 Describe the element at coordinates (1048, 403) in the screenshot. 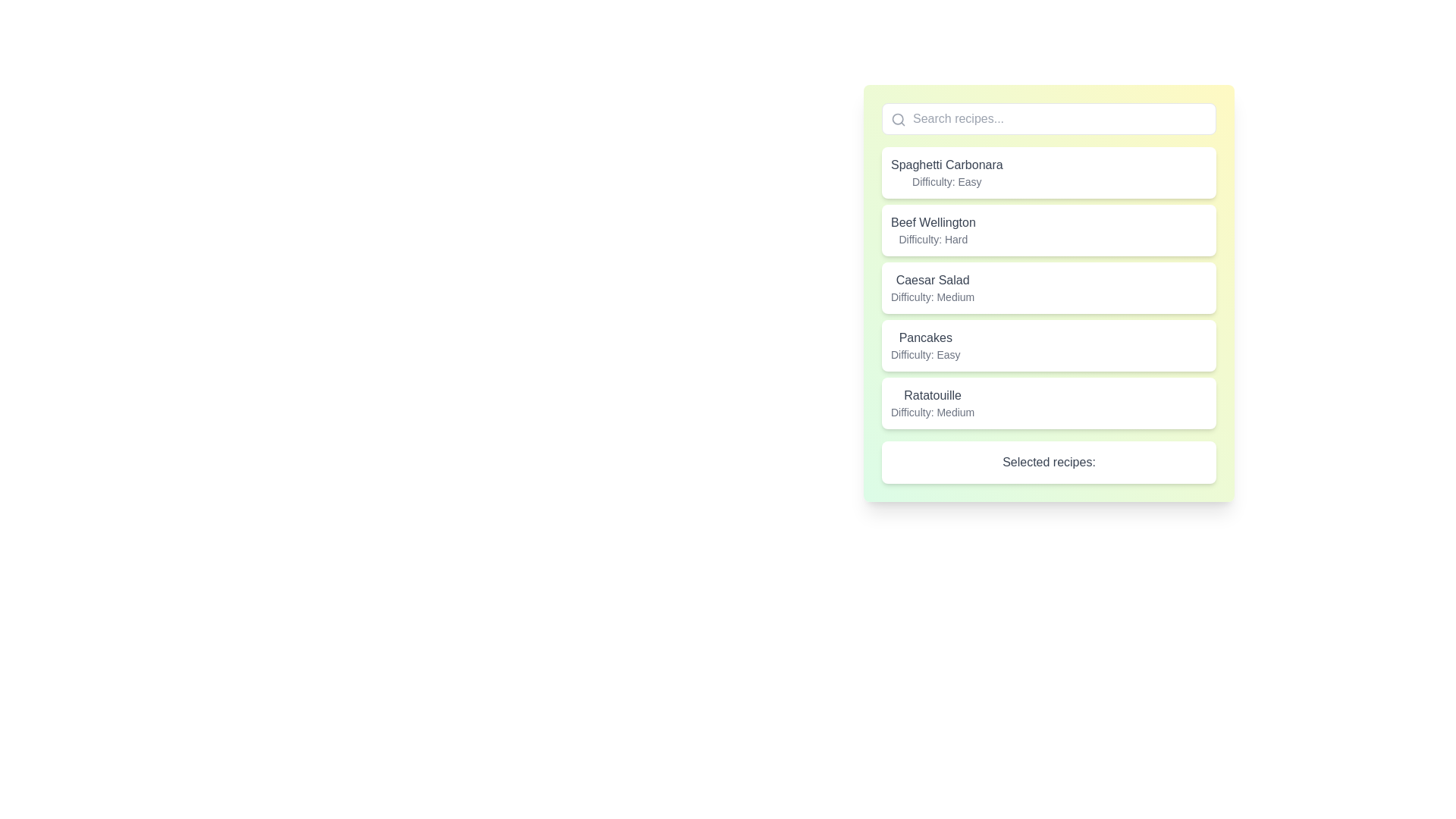

I see `the selectable list item card displaying the recipe name 'Ratatouille' and its difficulty level, which is the fifth card in the recipe selection interface` at that location.